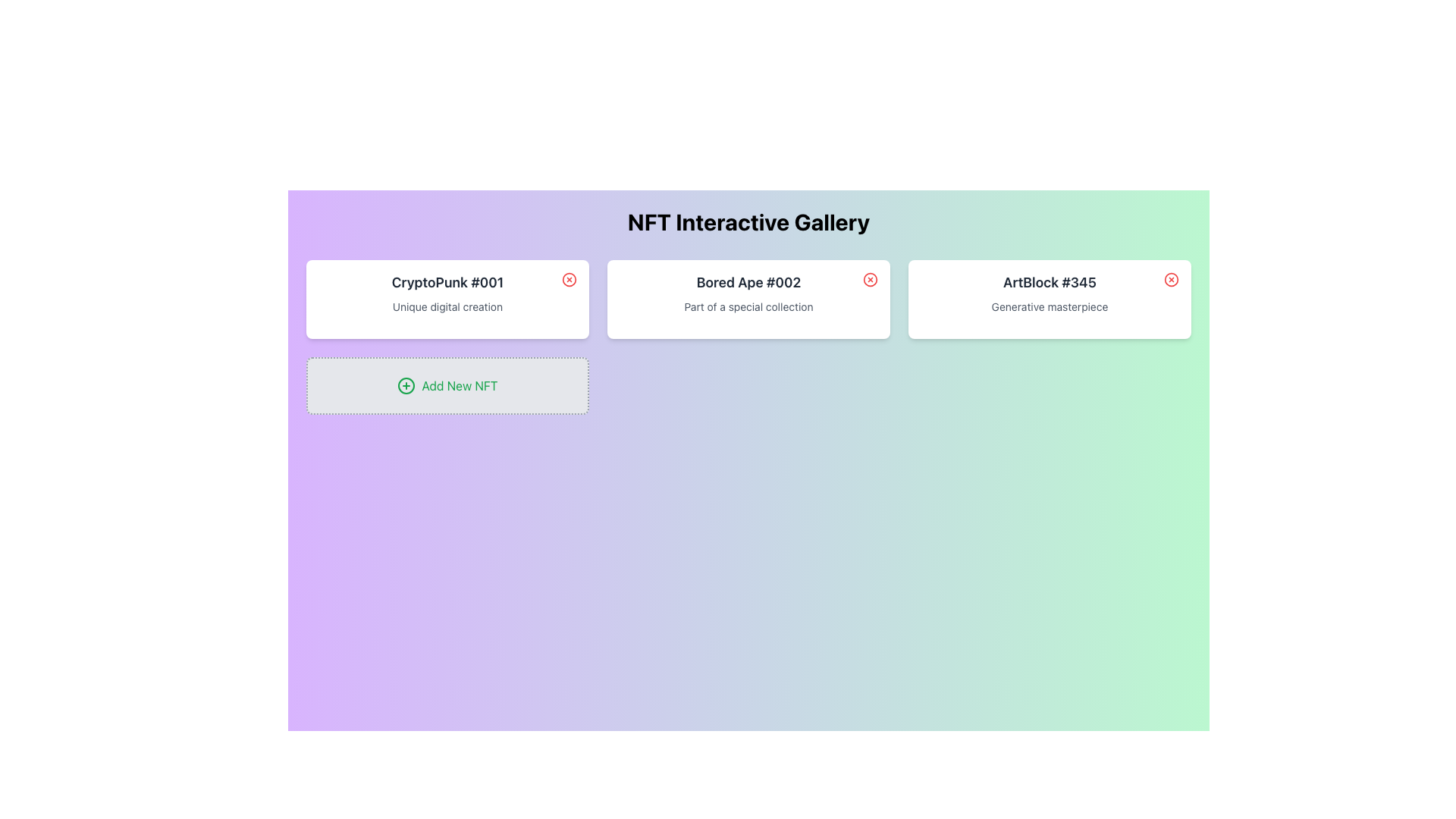 This screenshot has height=819, width=1456. What do you see at coordinates (447, 283) in the screenshot?
I see `the title text label of the NFT item located at the topmost position within the leftmost card in a row of three cards` at bounding box center [447, 283].